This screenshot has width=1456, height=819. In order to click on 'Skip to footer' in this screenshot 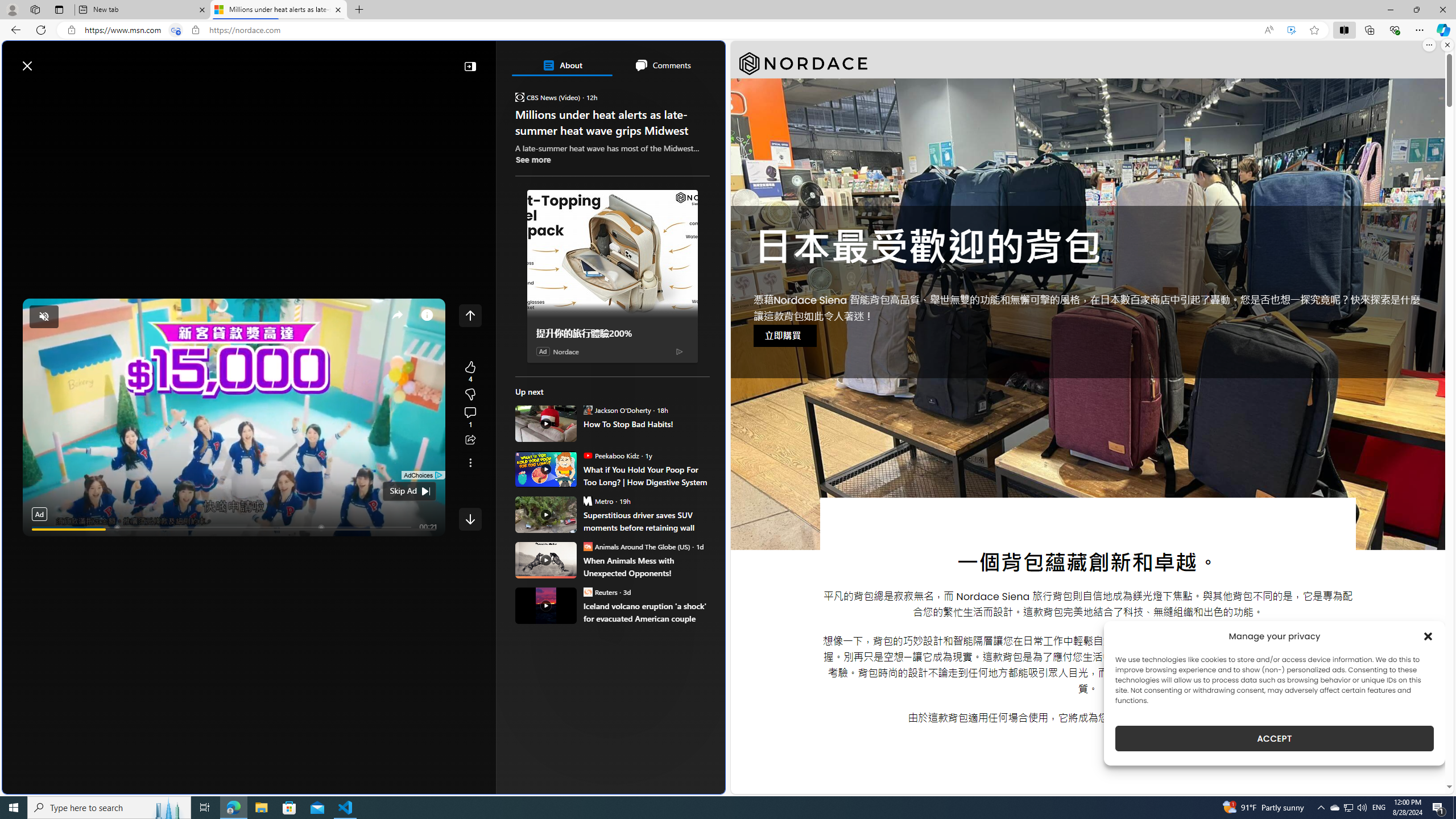, I will do `click(46, 59)`.